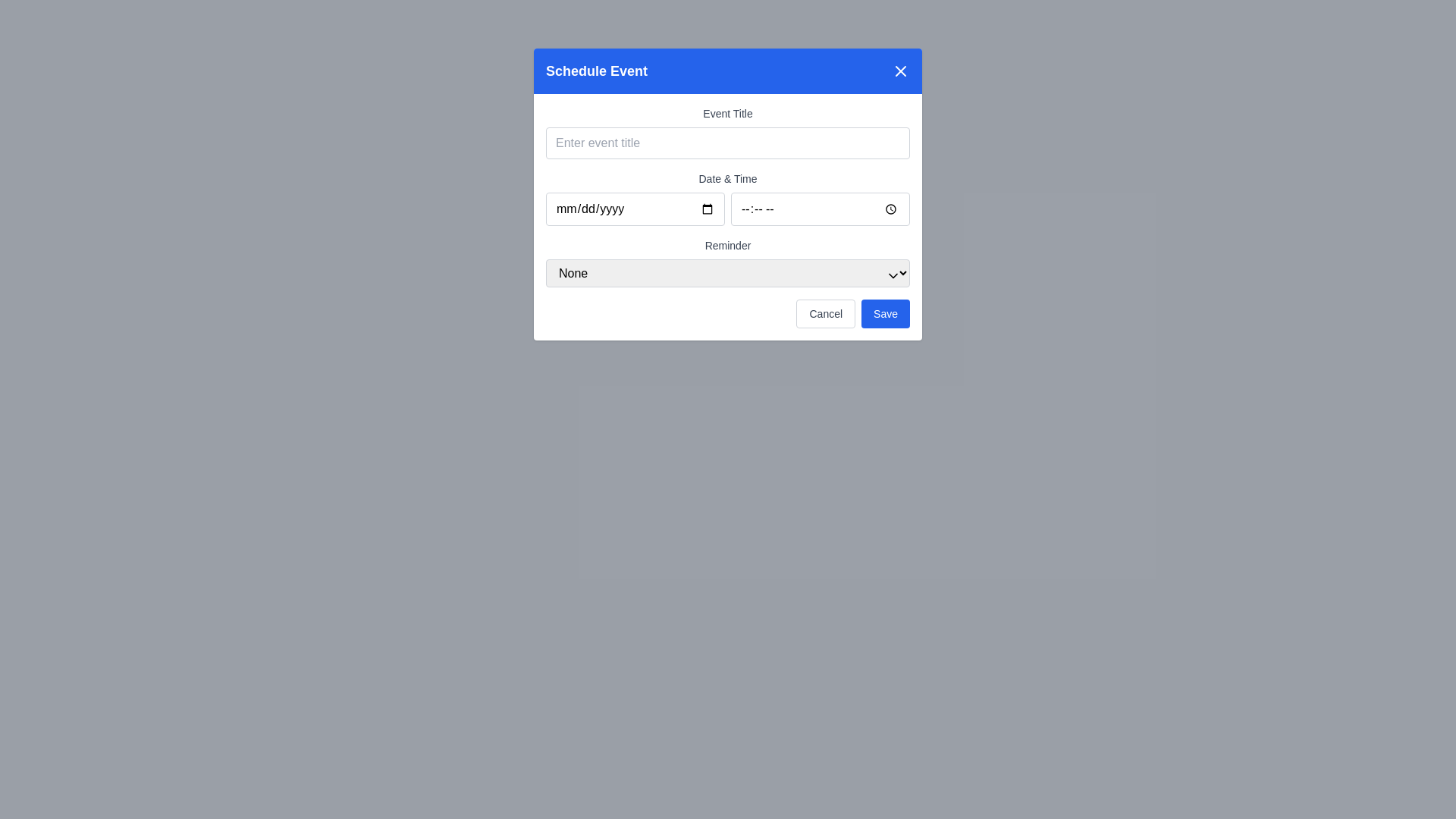 Image resolution: width=1456 pixels, height=819 pixels. Describe the element at coordinates (893, 275) in the screenshot. I see `the small triangular downward arrow icon located at the far-right side of the 'Reminder' dropdown field in the 'Schedule Event' modal dialog` at that location.